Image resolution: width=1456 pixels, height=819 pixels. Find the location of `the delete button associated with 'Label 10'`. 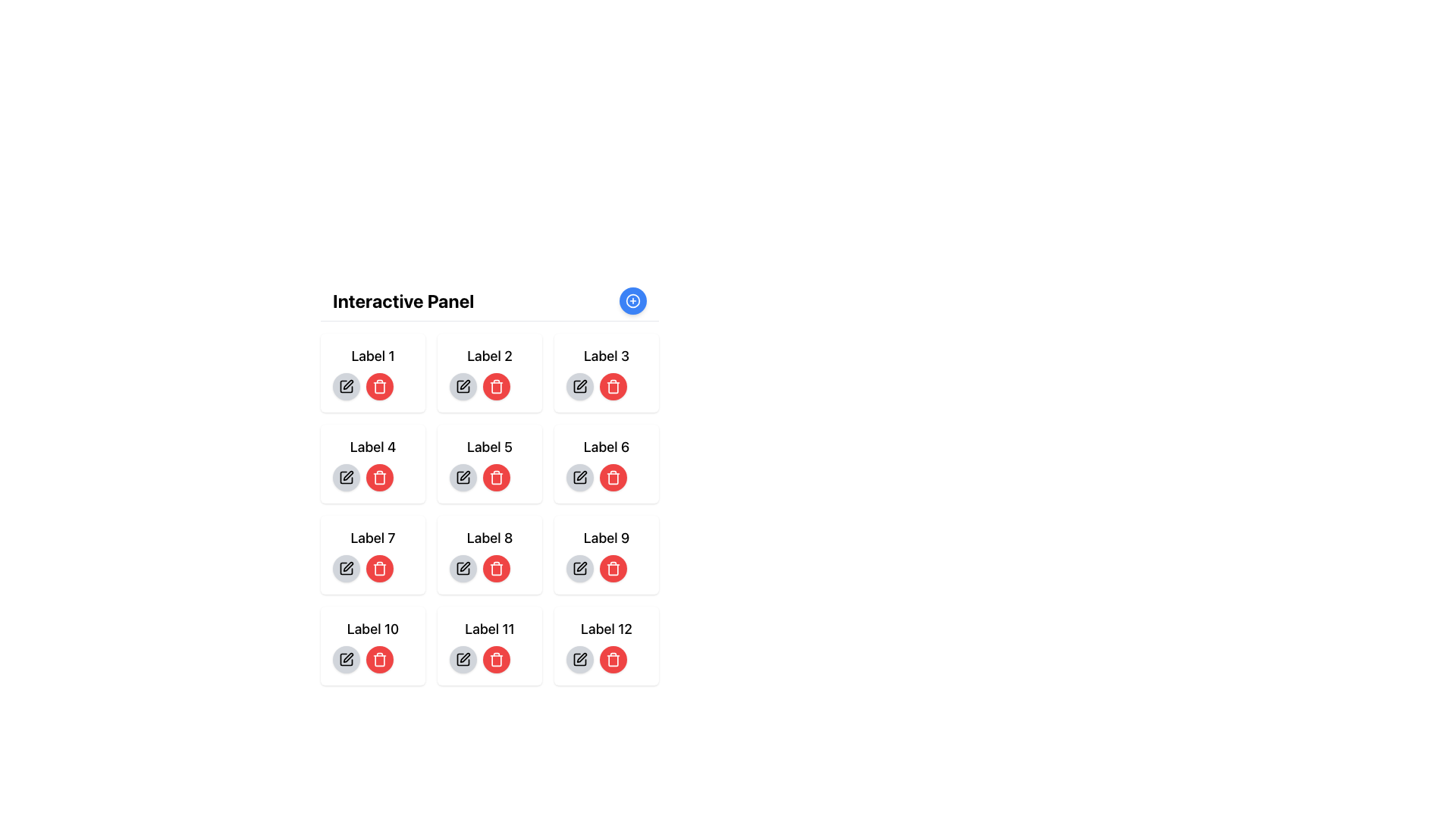

the delete button associated with 'Label 10' is located at coordinates (379, 659).